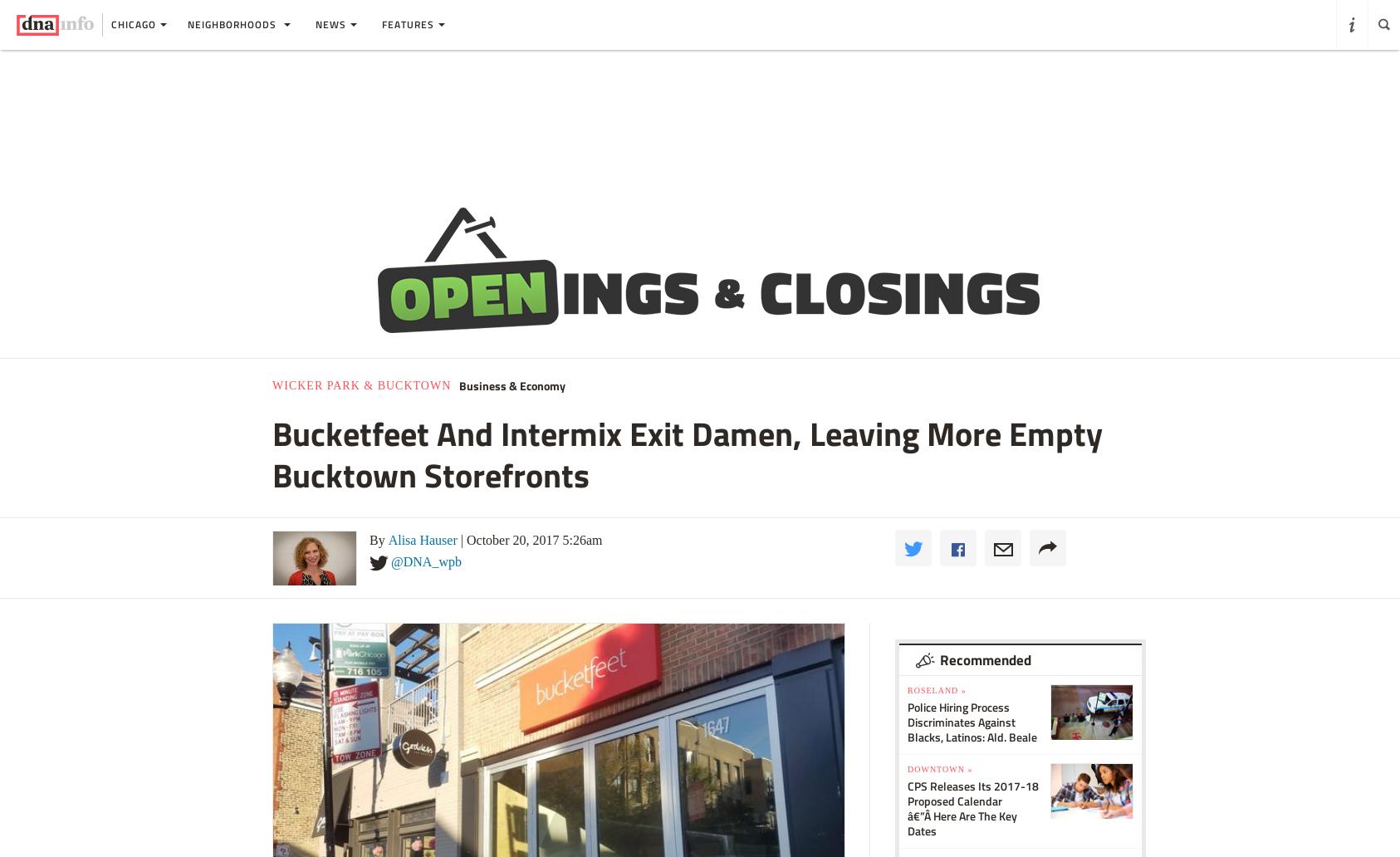 This screenshot has height=857, width=1400. Describe the element at coordinates (908, 689) in the screenshot. I see `'Roseland »'` at that location.